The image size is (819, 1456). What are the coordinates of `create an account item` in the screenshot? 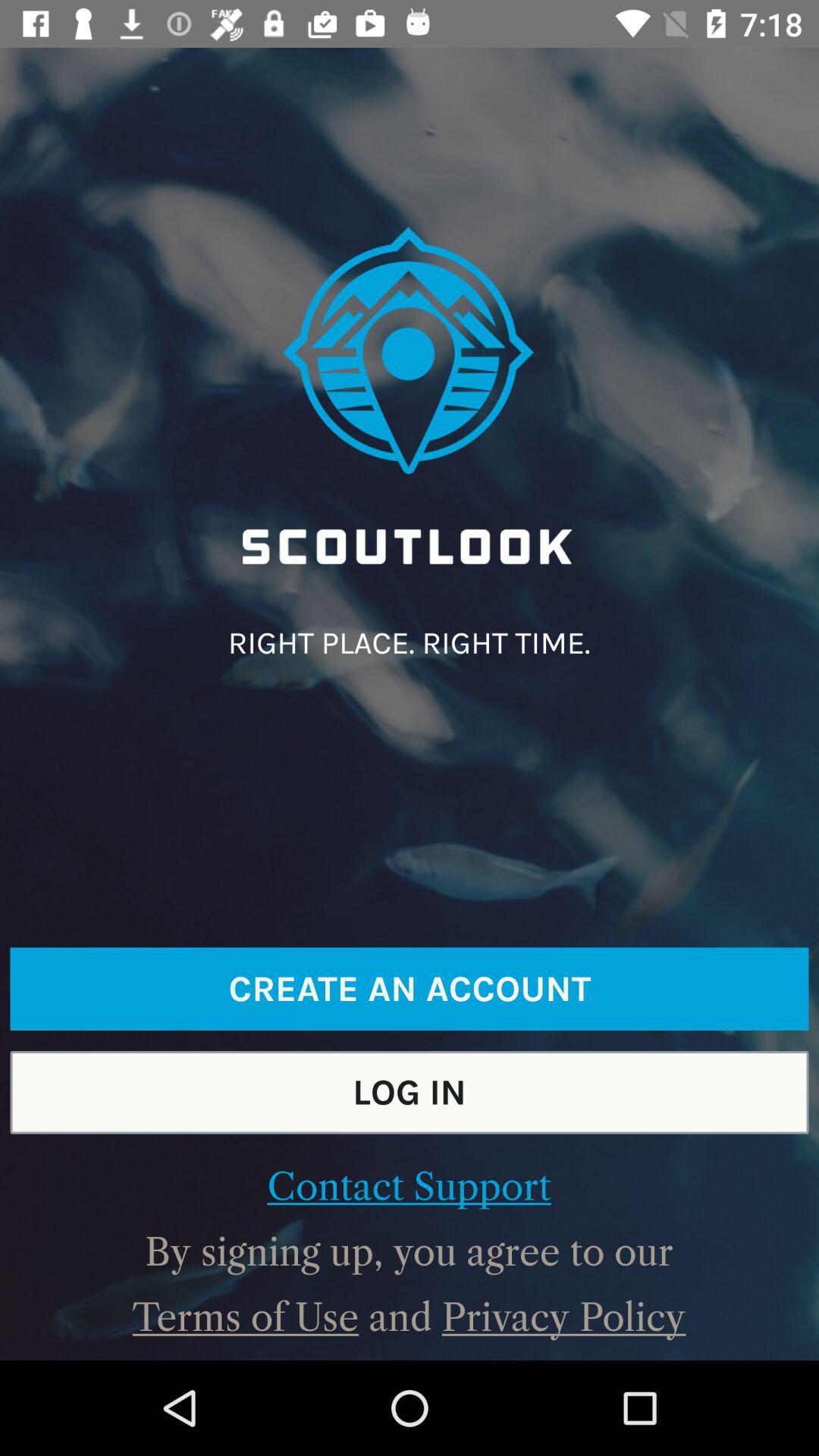 It's located at (409, 989).